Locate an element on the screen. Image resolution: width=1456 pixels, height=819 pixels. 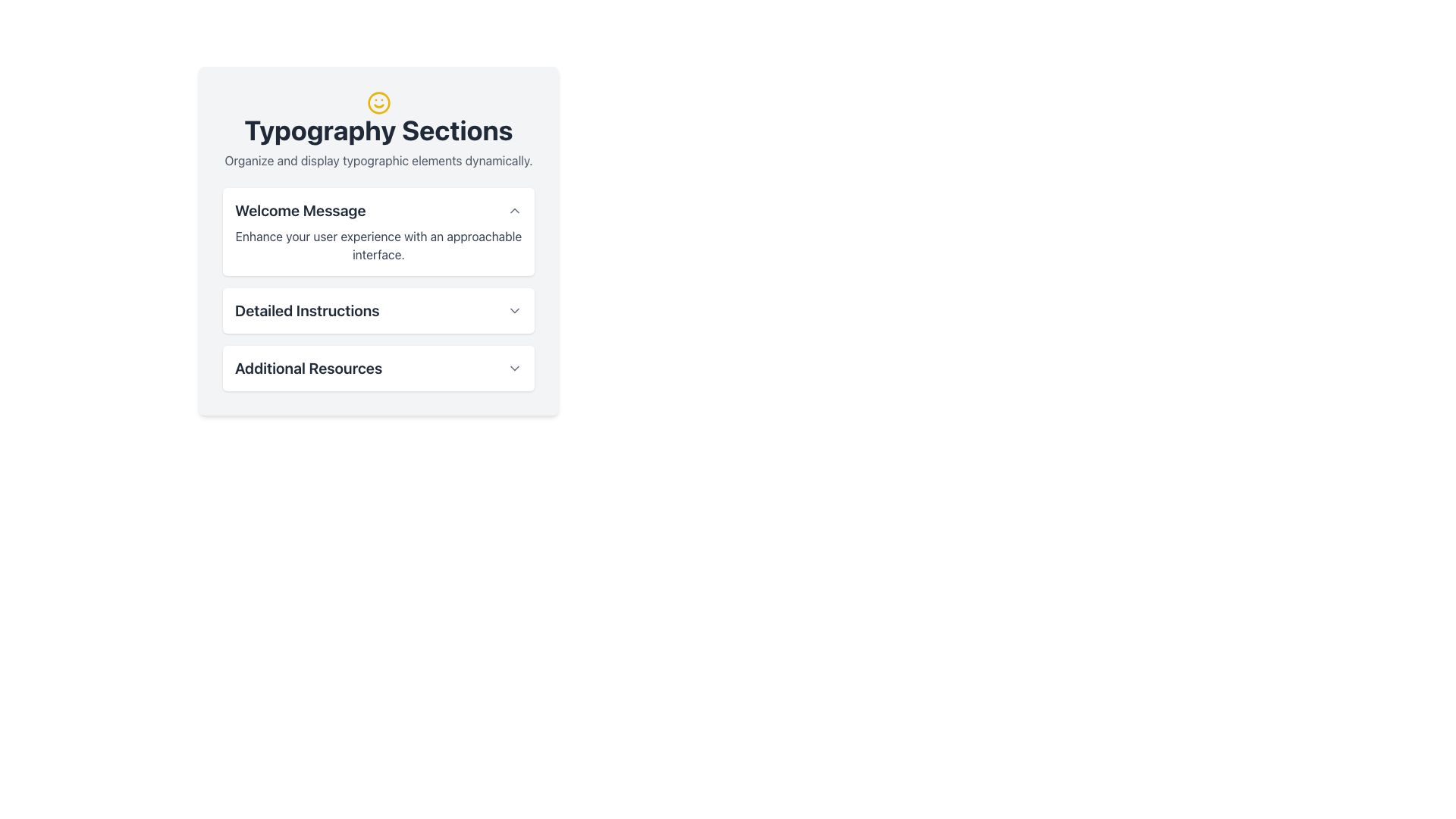
keyboard navigation is located at coordinates (378, 309).